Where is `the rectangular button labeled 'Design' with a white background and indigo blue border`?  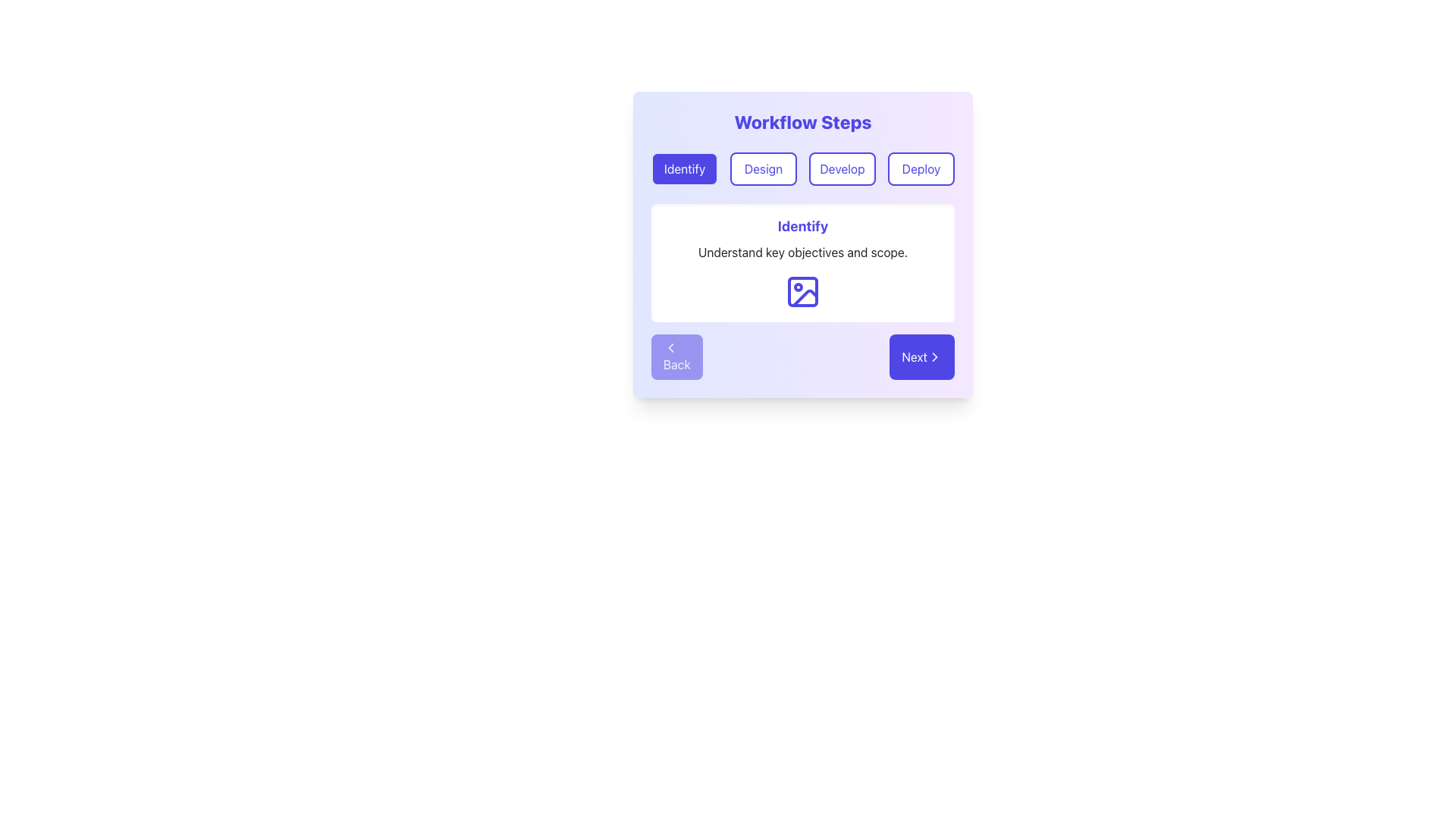 the rectangular button labeled 'Design' with a white background and indigo blue border is located at coordinates (764, 169).